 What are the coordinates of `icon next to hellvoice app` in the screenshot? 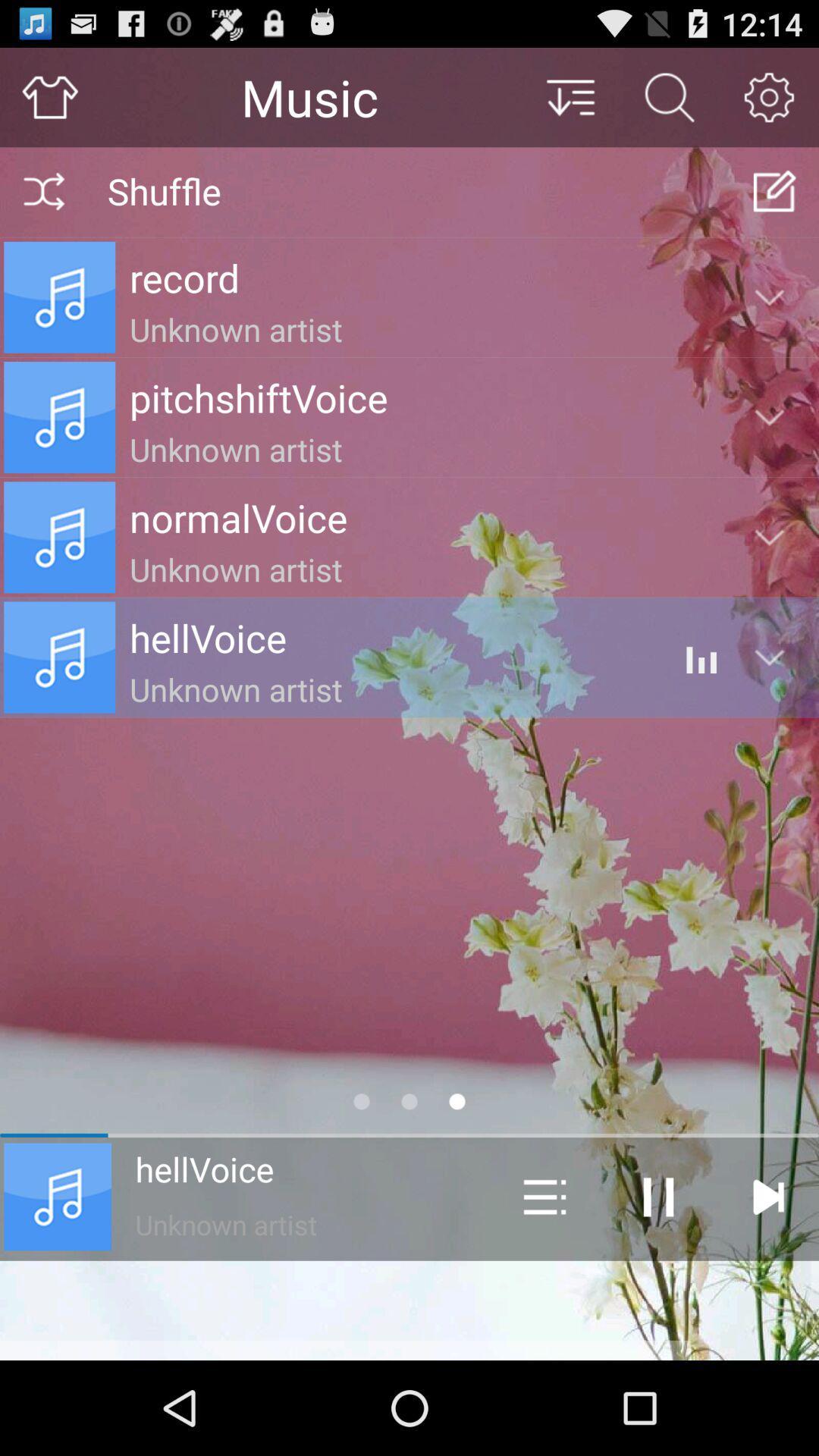 It's located at (544, 1196).